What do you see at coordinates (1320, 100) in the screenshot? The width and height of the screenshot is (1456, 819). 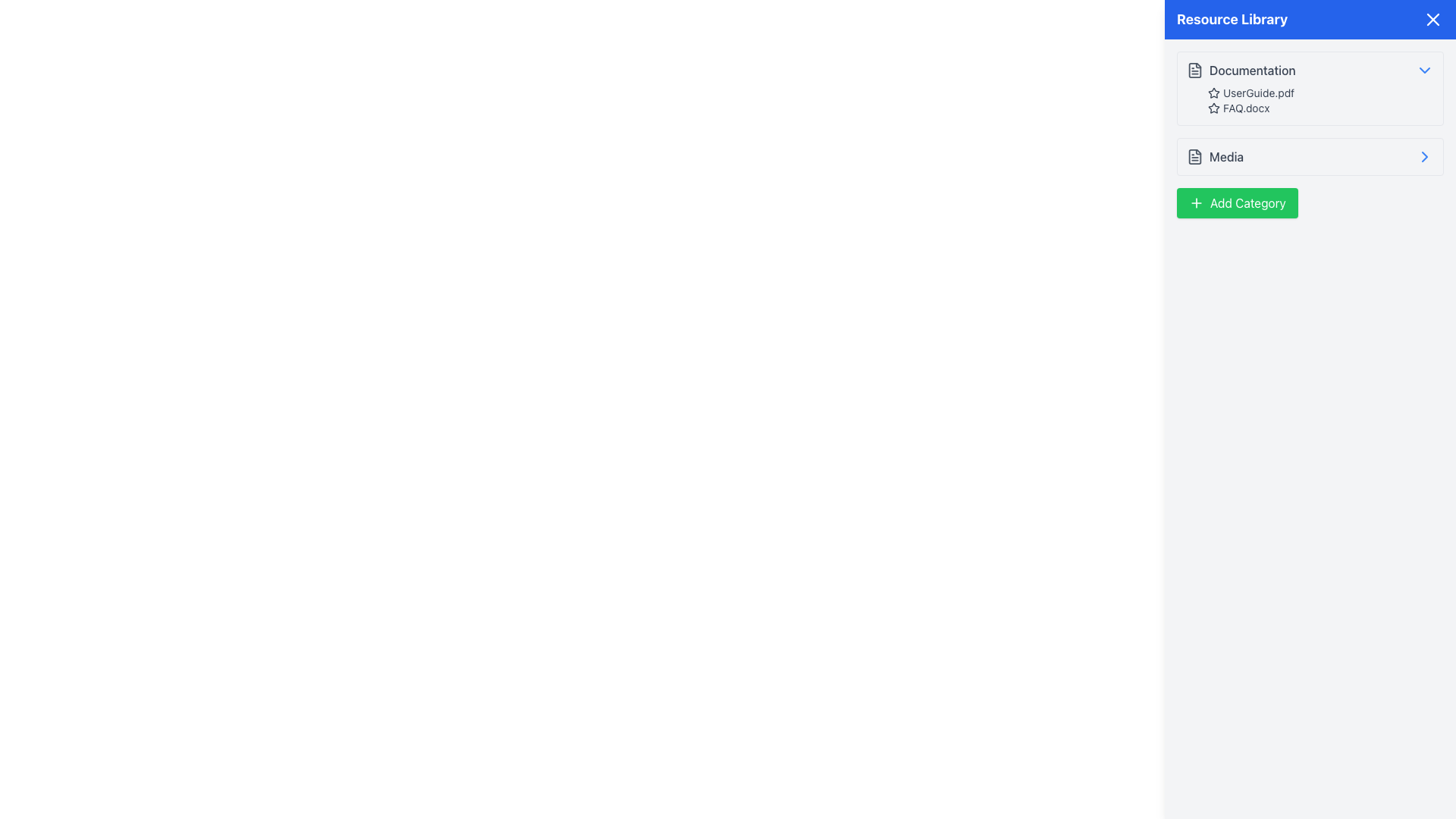 I see `the second list item displaying the file name 'FAQ.docx' in the 'Documentation' section of the 'Resource Library' panel` at bounding box center [1320, 100].